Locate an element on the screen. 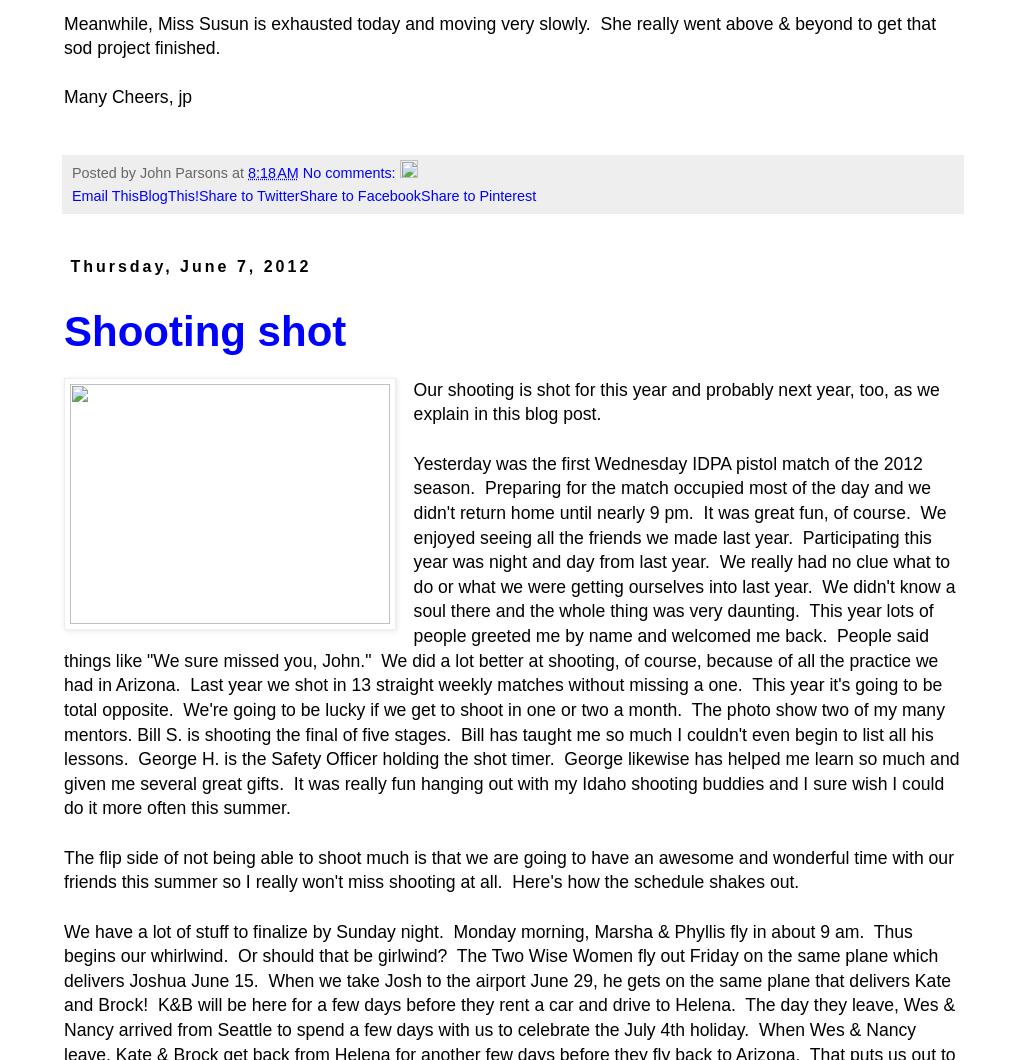 This screenshot has width=1018, height=1060. 'Email This' is located at coordinates (103, 194).